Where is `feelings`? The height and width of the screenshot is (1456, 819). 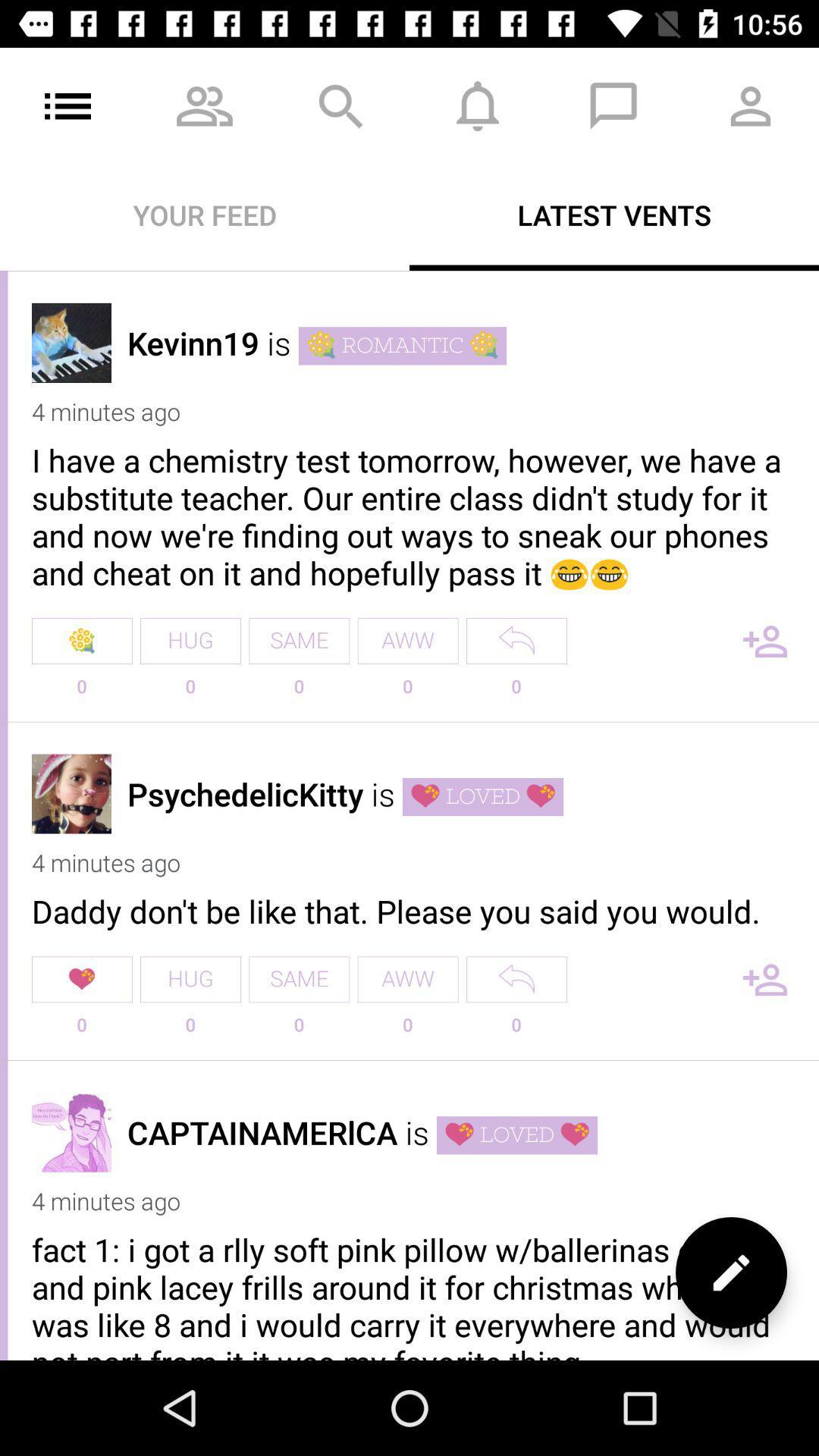
feelings is located at coordinates (730, 1272).